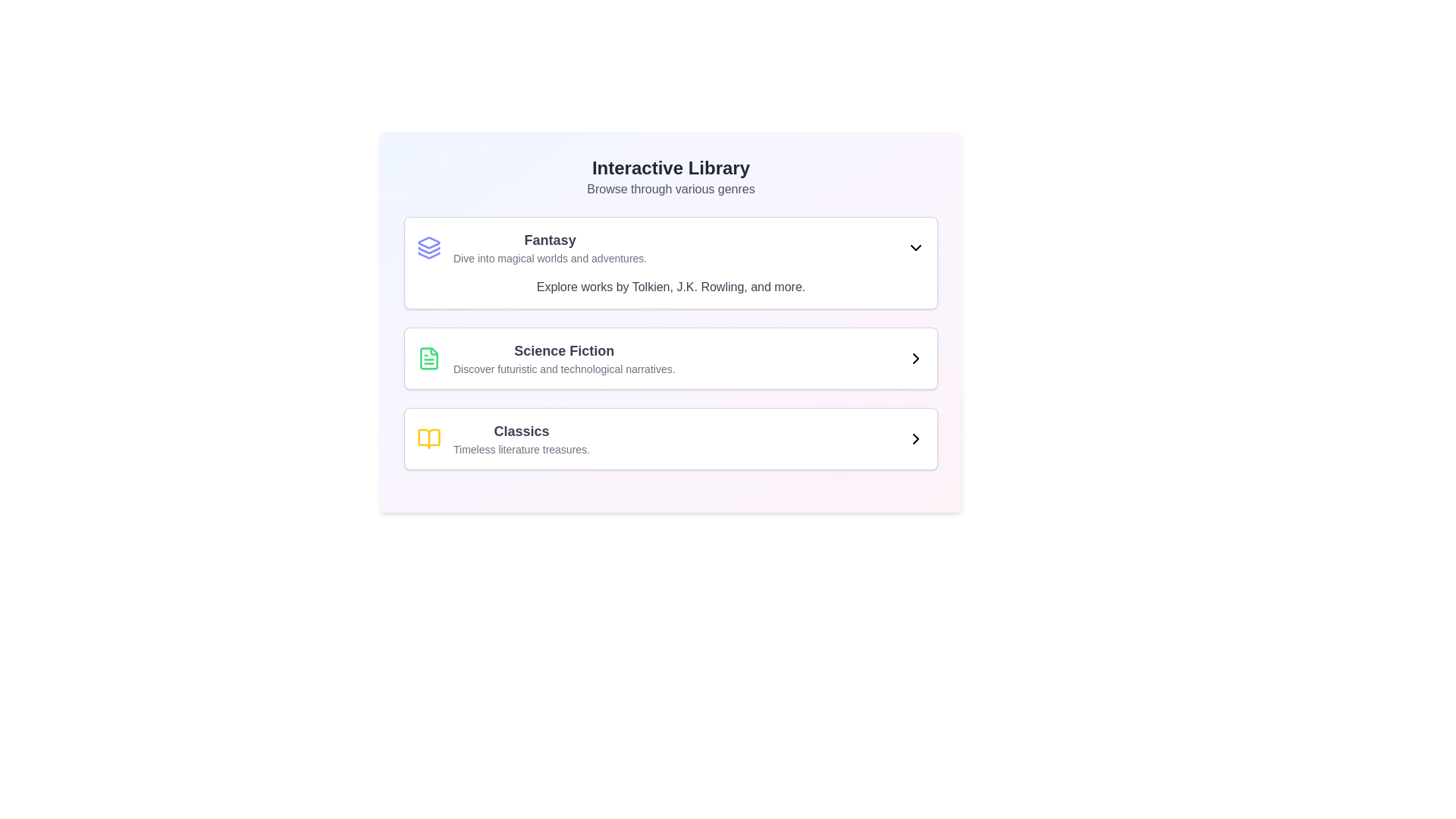  I want to click on the text label reading 'Timeless literature treasures.' which is located beneath the heading 'Classics' in a list format, so click(521, 449).